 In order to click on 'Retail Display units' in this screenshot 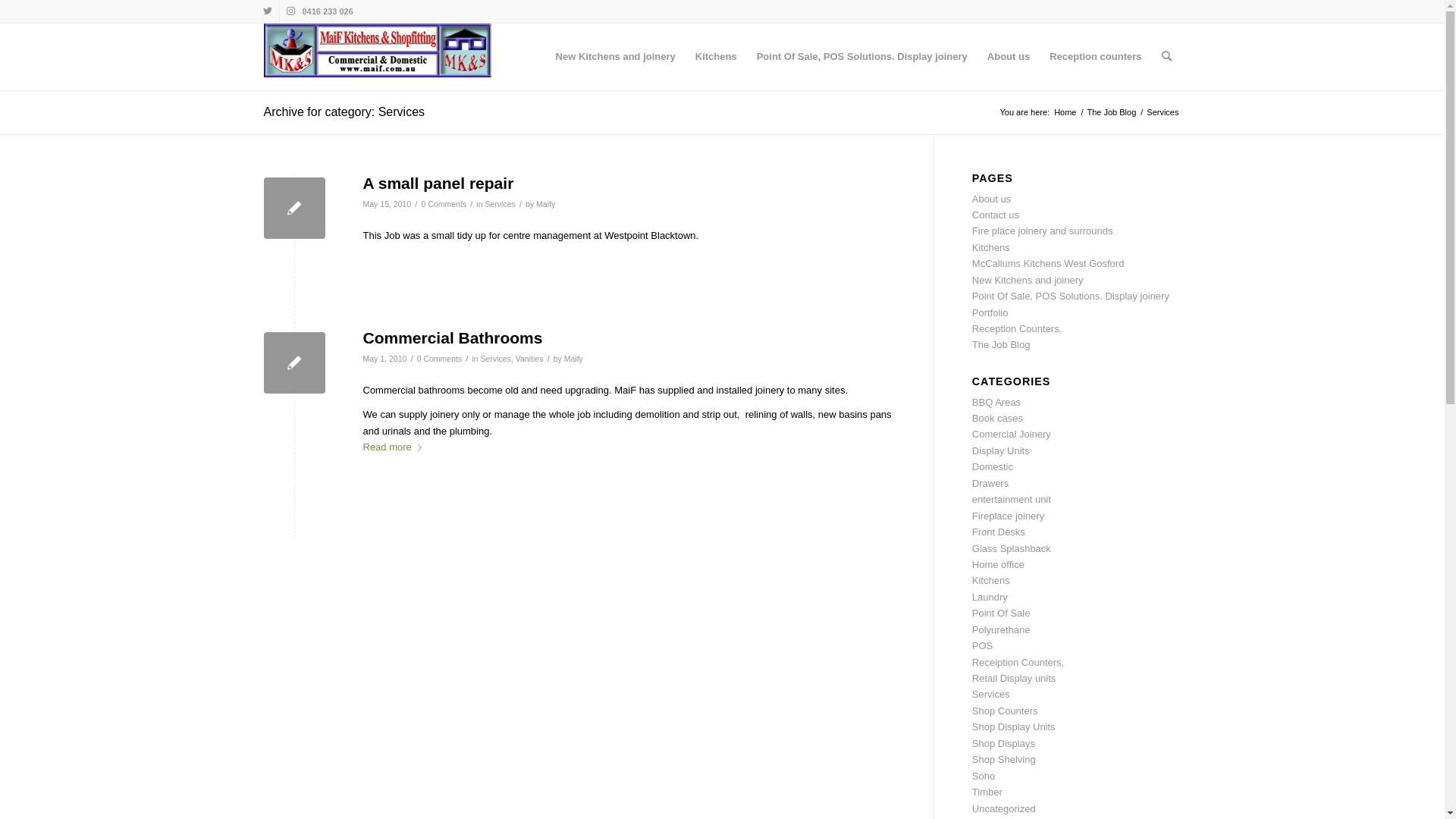, I will do `click(1014, 677)`.